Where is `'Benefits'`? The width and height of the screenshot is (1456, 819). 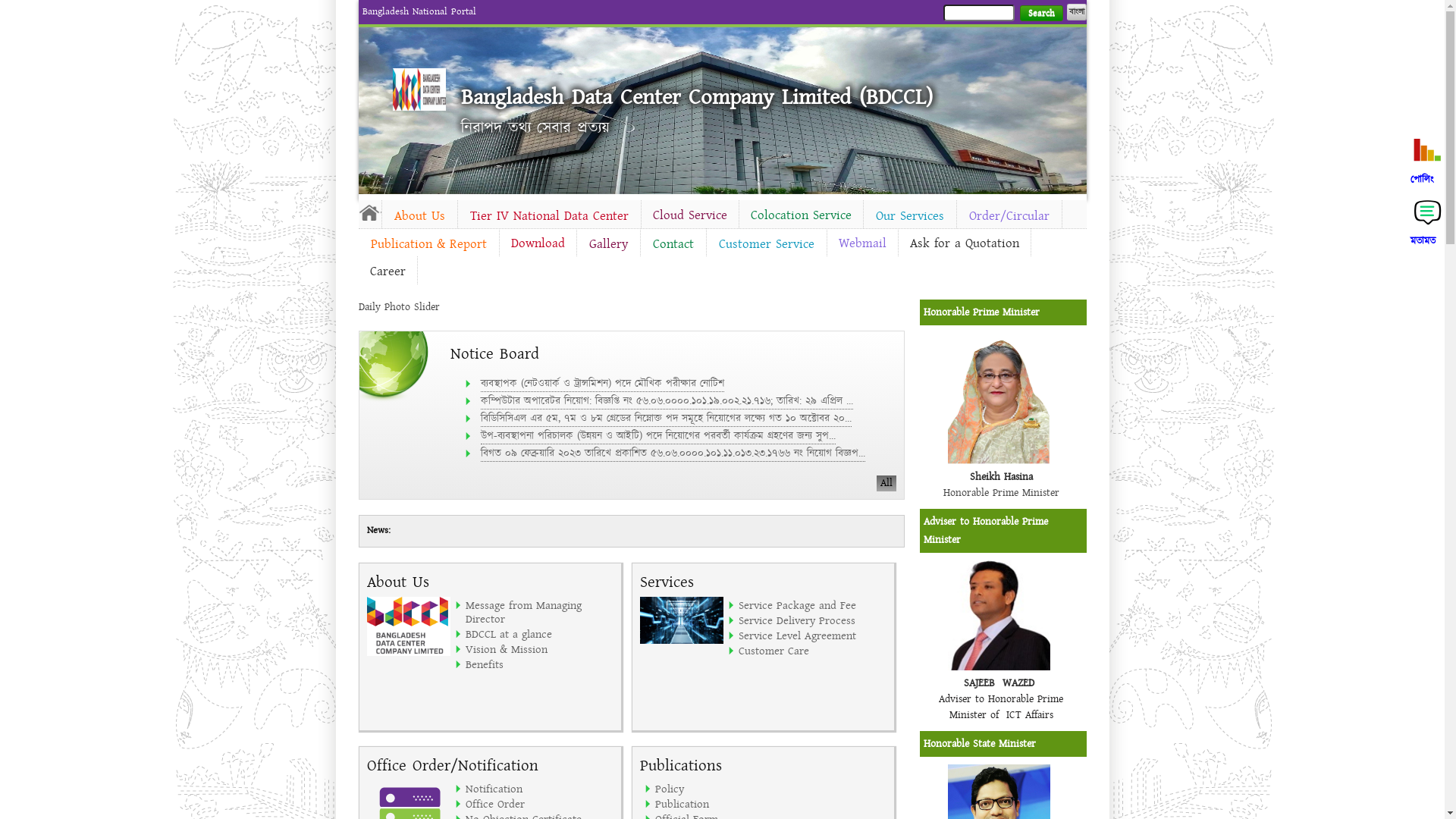
'Benefits' is located at coordinates (539, 663).